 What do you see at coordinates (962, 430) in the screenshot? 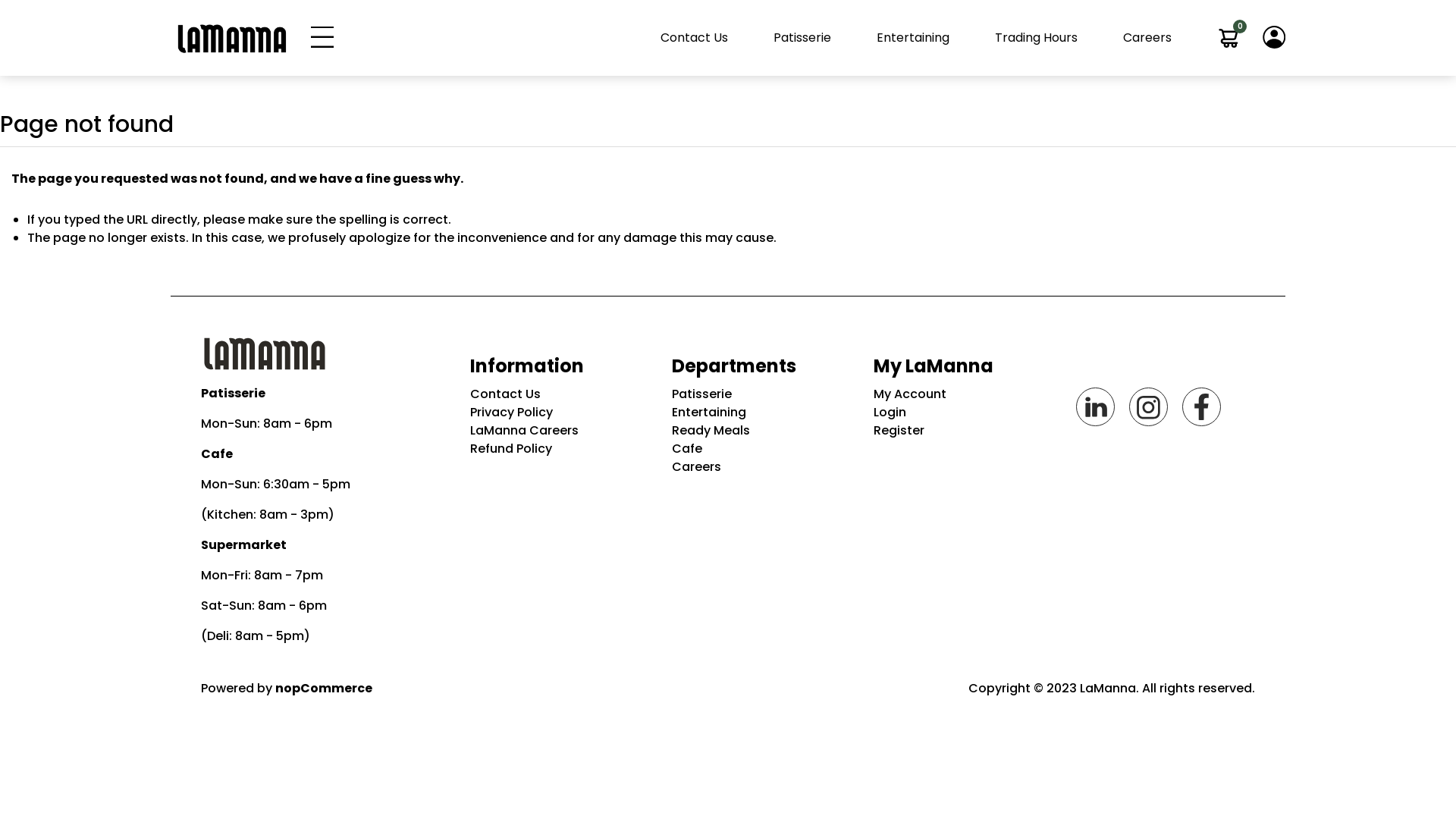
I see `'Register'` at bounding box center [962, 430].